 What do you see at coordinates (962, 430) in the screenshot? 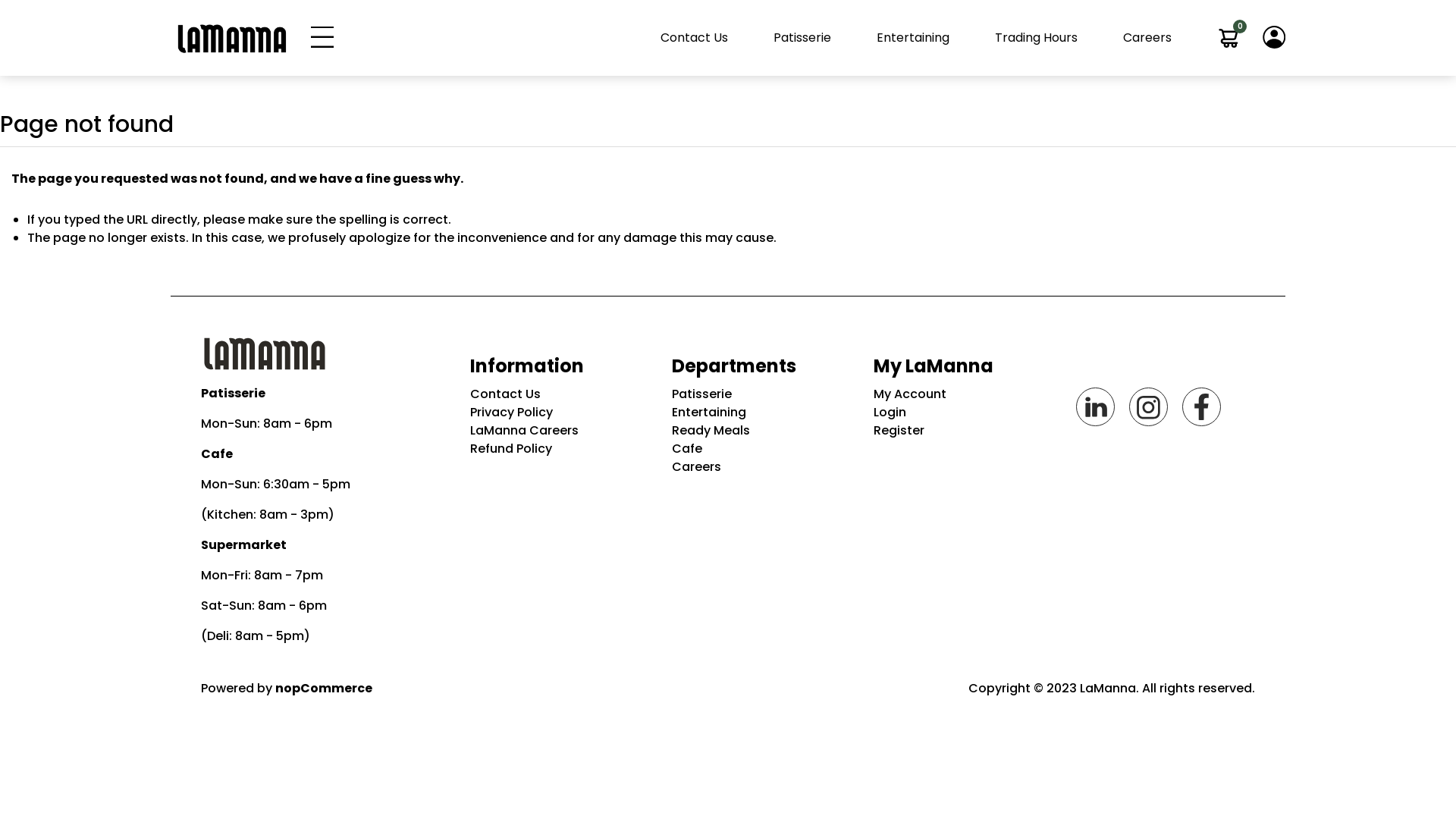
I see `'Register'` at bounding box center [962, 430].